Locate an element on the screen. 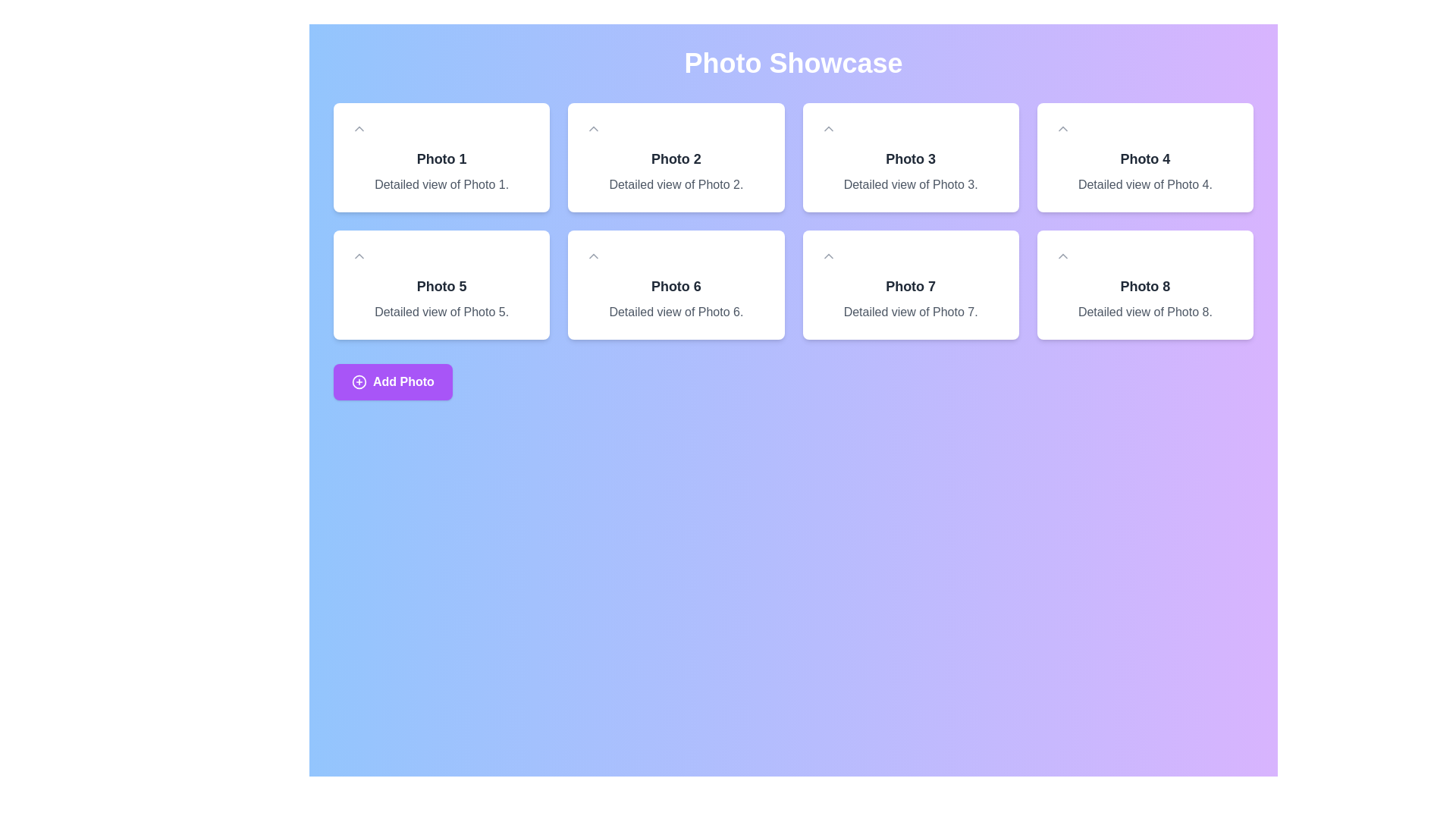  the text display labeled 'Photo 1' is located at coordinates (441, 158).